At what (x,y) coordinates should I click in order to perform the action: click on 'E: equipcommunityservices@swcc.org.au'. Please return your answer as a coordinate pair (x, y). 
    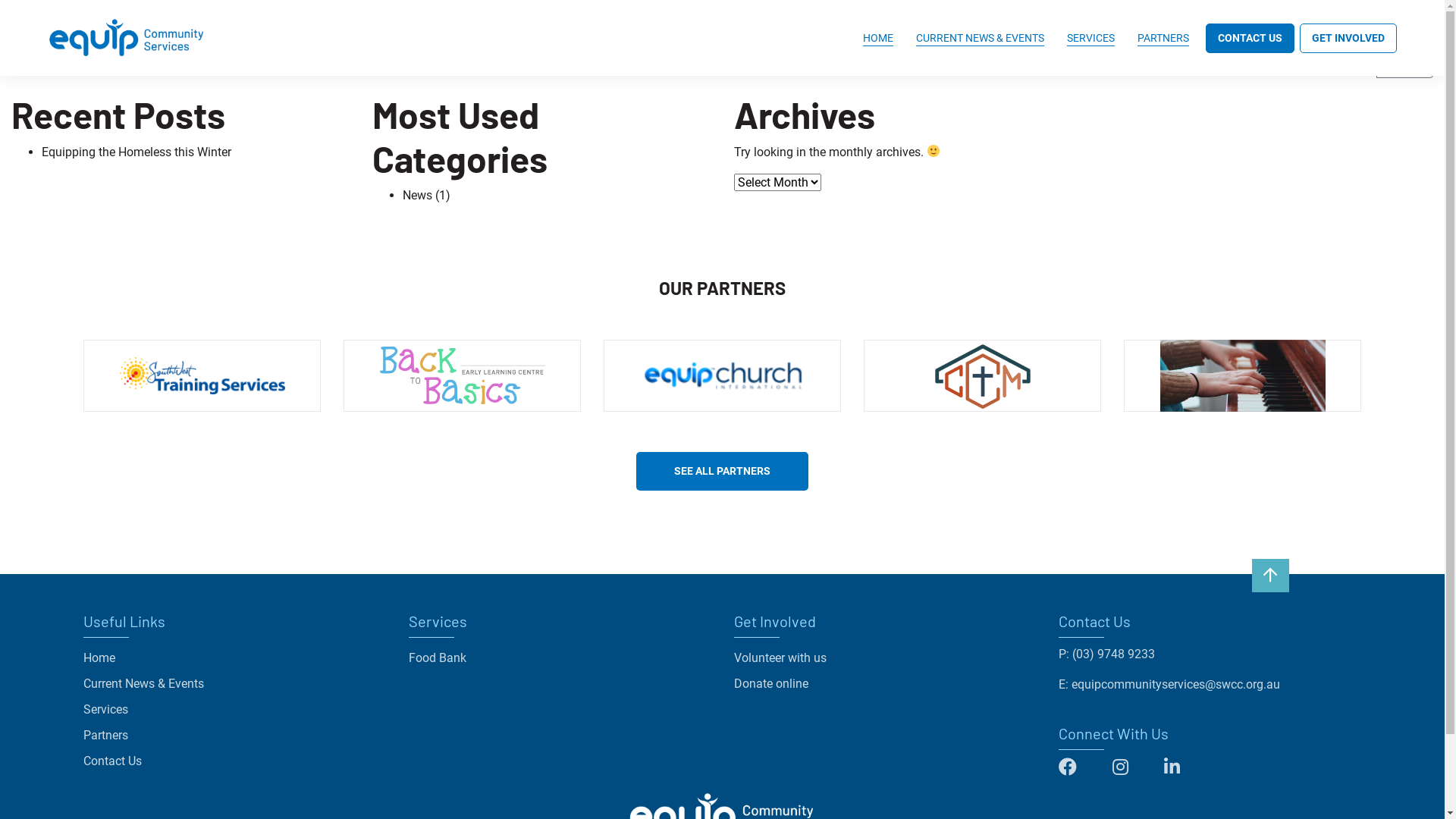
    Looking at the image, I should click on (1168, 684).